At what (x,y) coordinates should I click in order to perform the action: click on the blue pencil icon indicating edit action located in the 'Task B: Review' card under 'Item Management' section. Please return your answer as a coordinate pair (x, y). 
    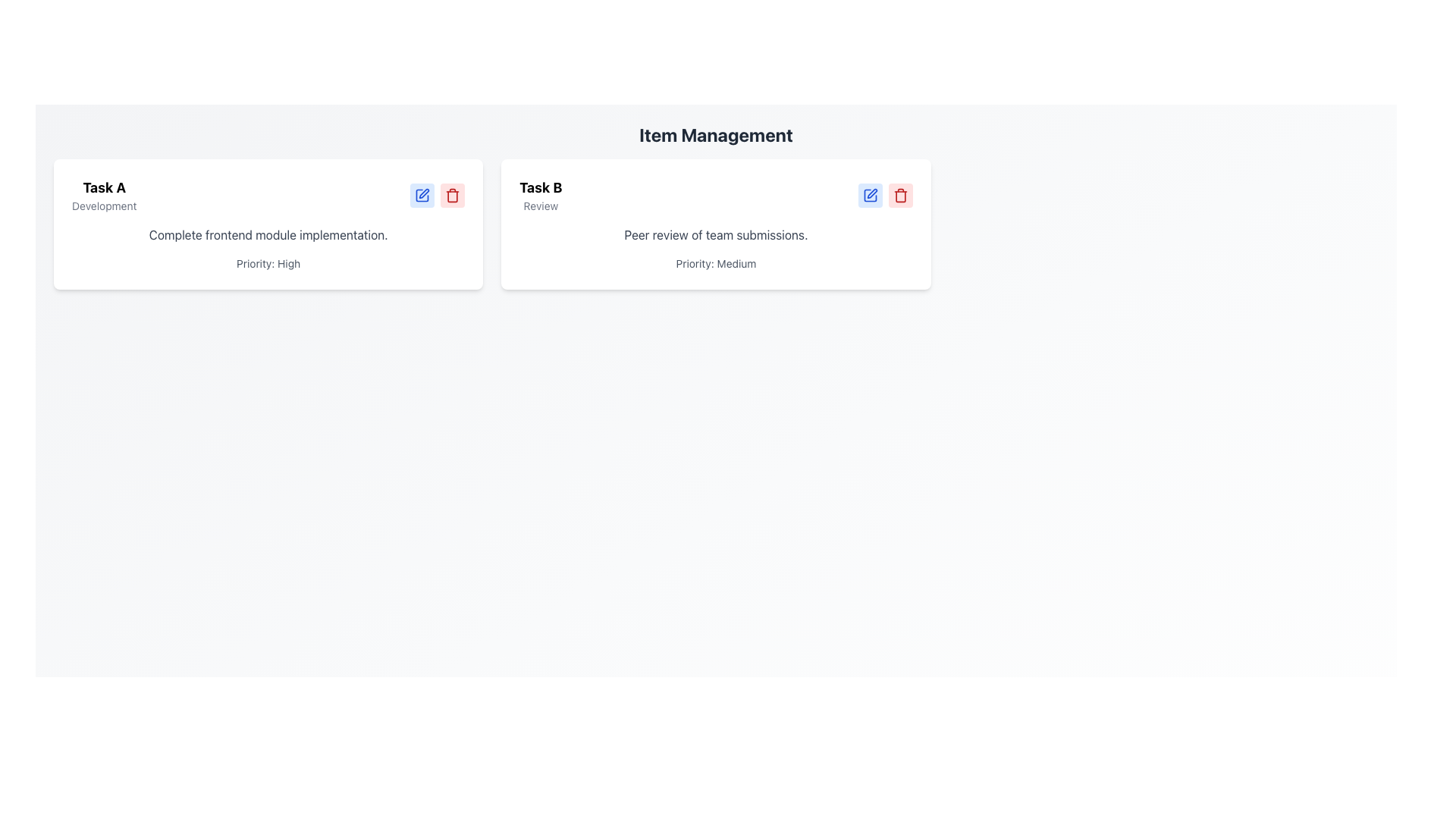
    Looking at the image, I should click on (870, 195).